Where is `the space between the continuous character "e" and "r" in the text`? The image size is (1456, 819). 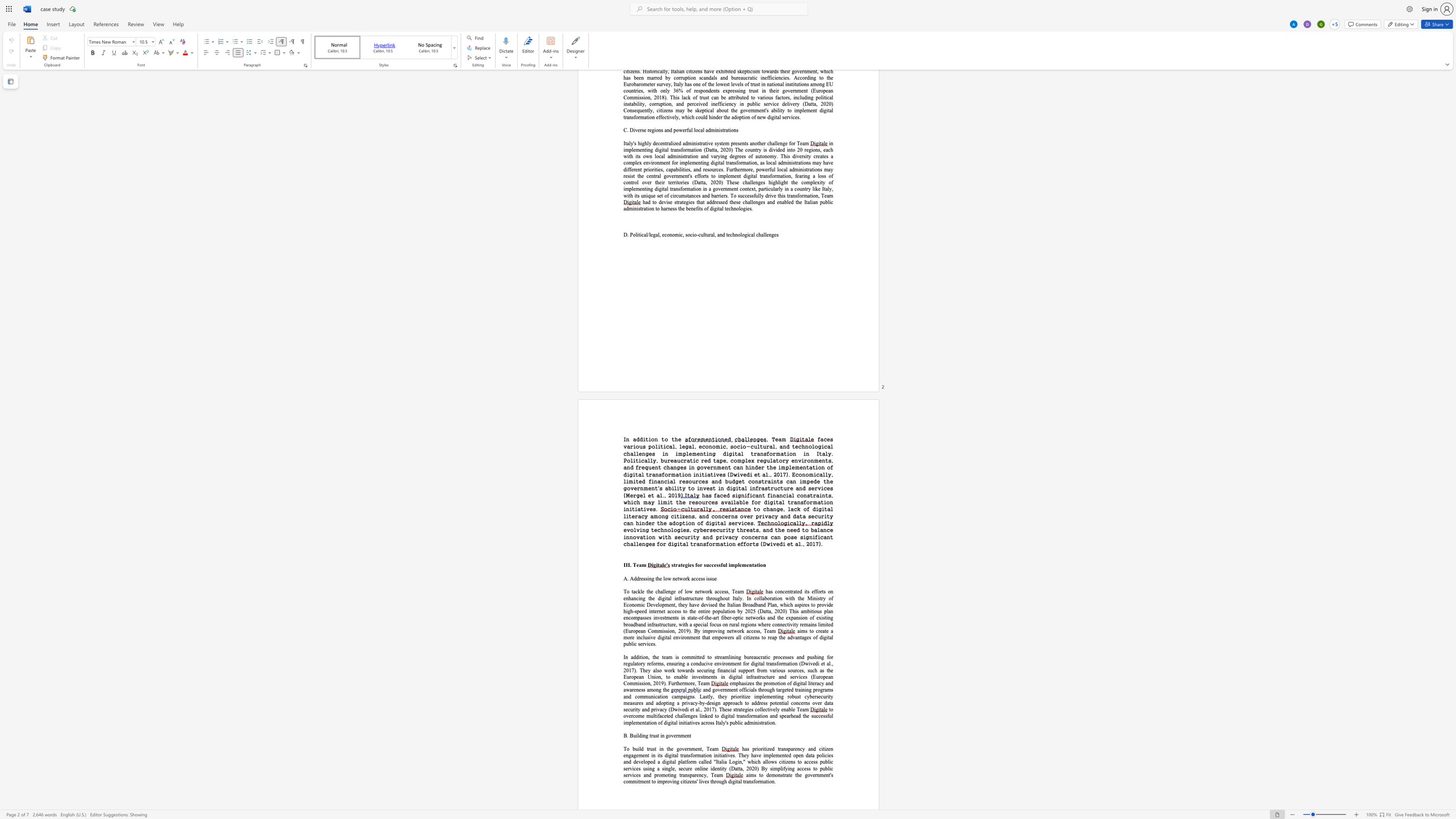 the space between the continuous character "e" and "r" in the text is located at coordinates (814, 683).